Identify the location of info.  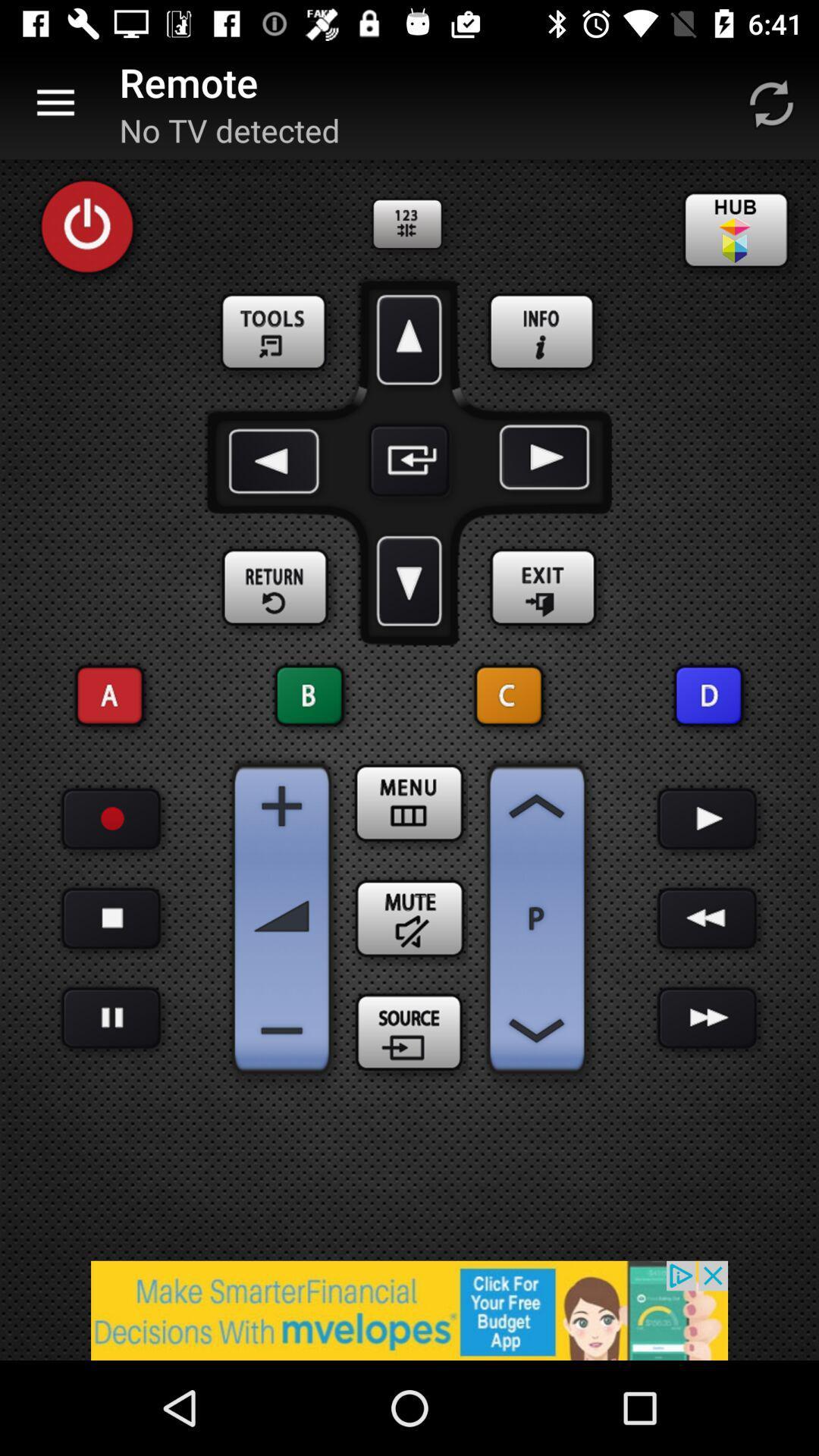
(542, 332).